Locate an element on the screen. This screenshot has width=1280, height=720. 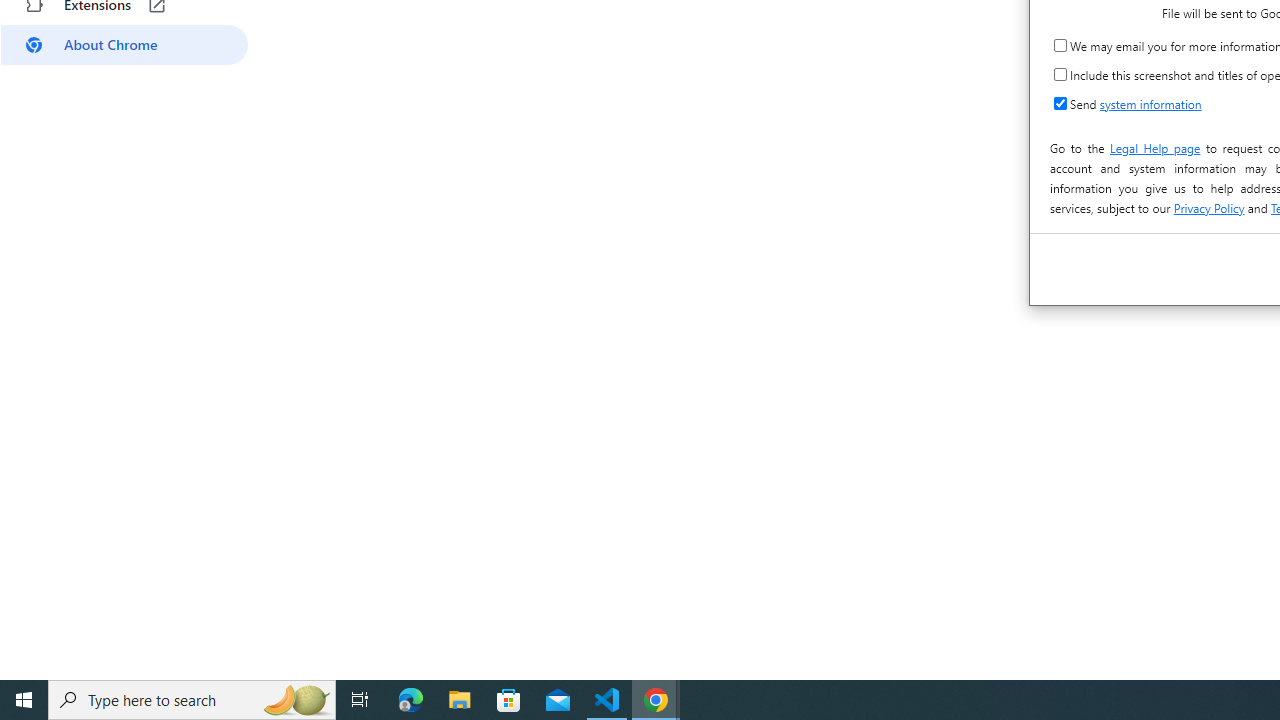
'Type here to search' is located at coordinates (192, 698).